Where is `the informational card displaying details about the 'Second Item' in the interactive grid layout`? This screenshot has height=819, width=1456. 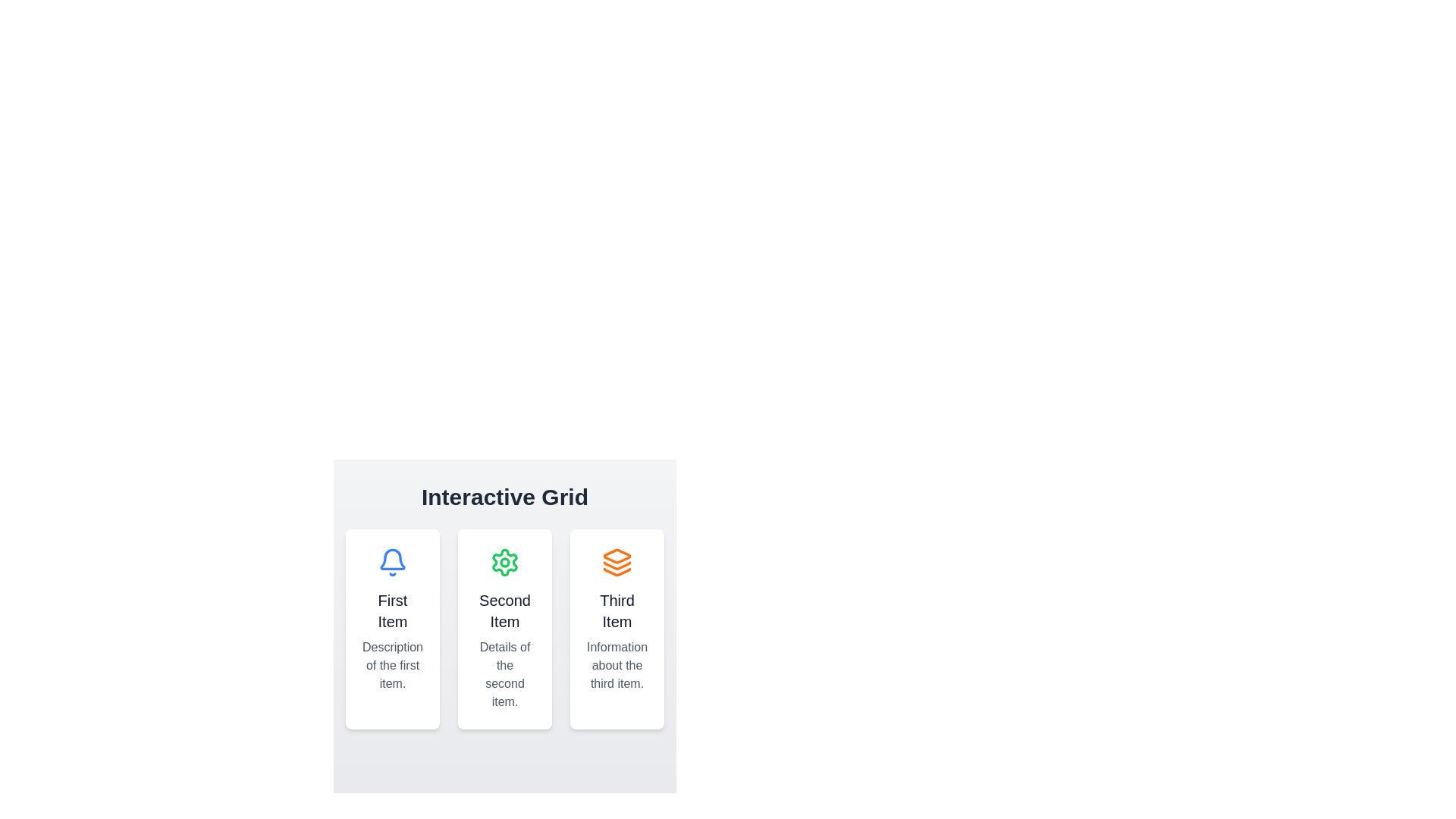 the informational card displaying details about the 'Second Item' in the interactive grid layout is located at coordinates (505, 617).